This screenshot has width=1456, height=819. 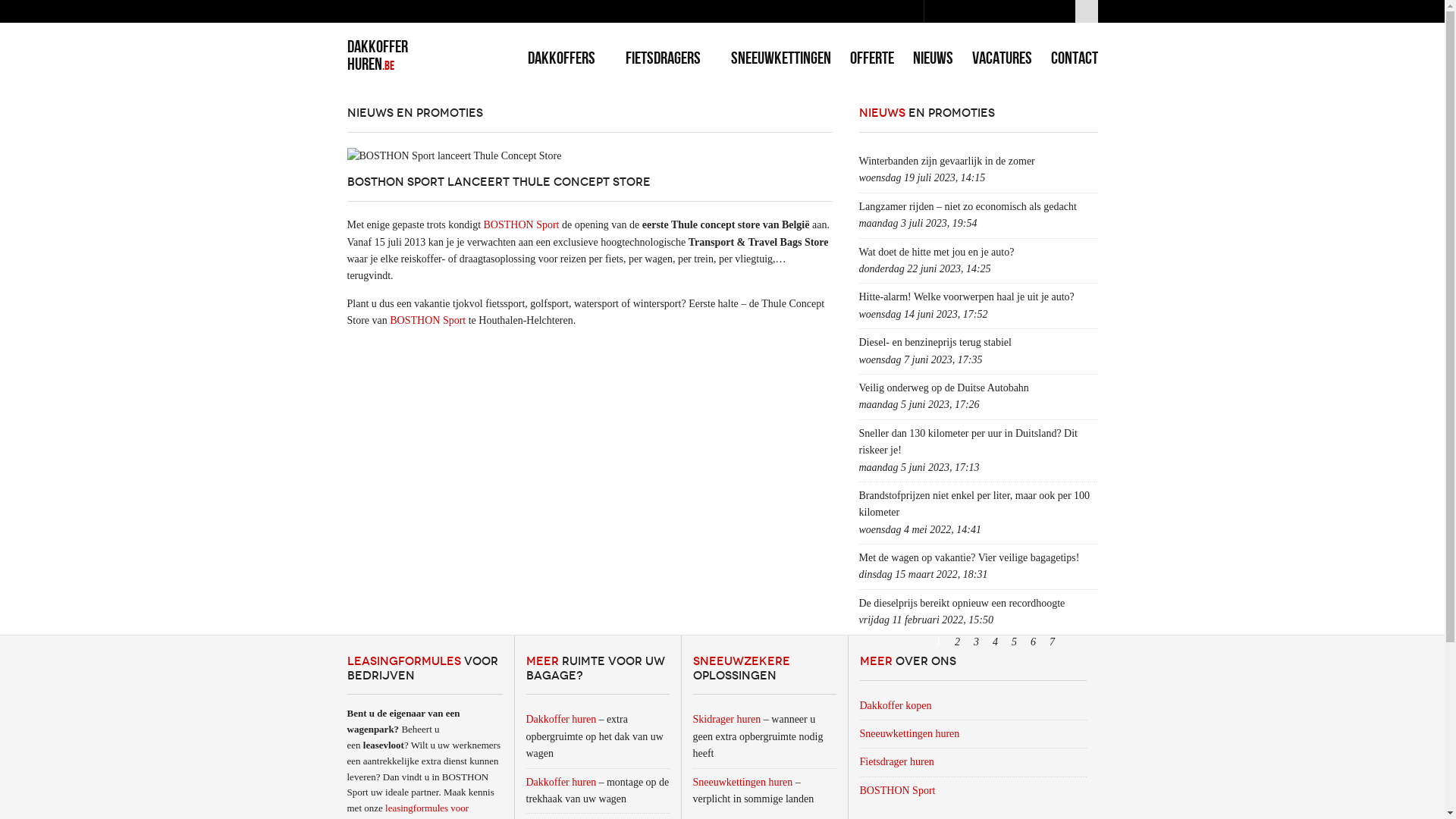 I want to click on ' ', so click(x=1086, y=11).